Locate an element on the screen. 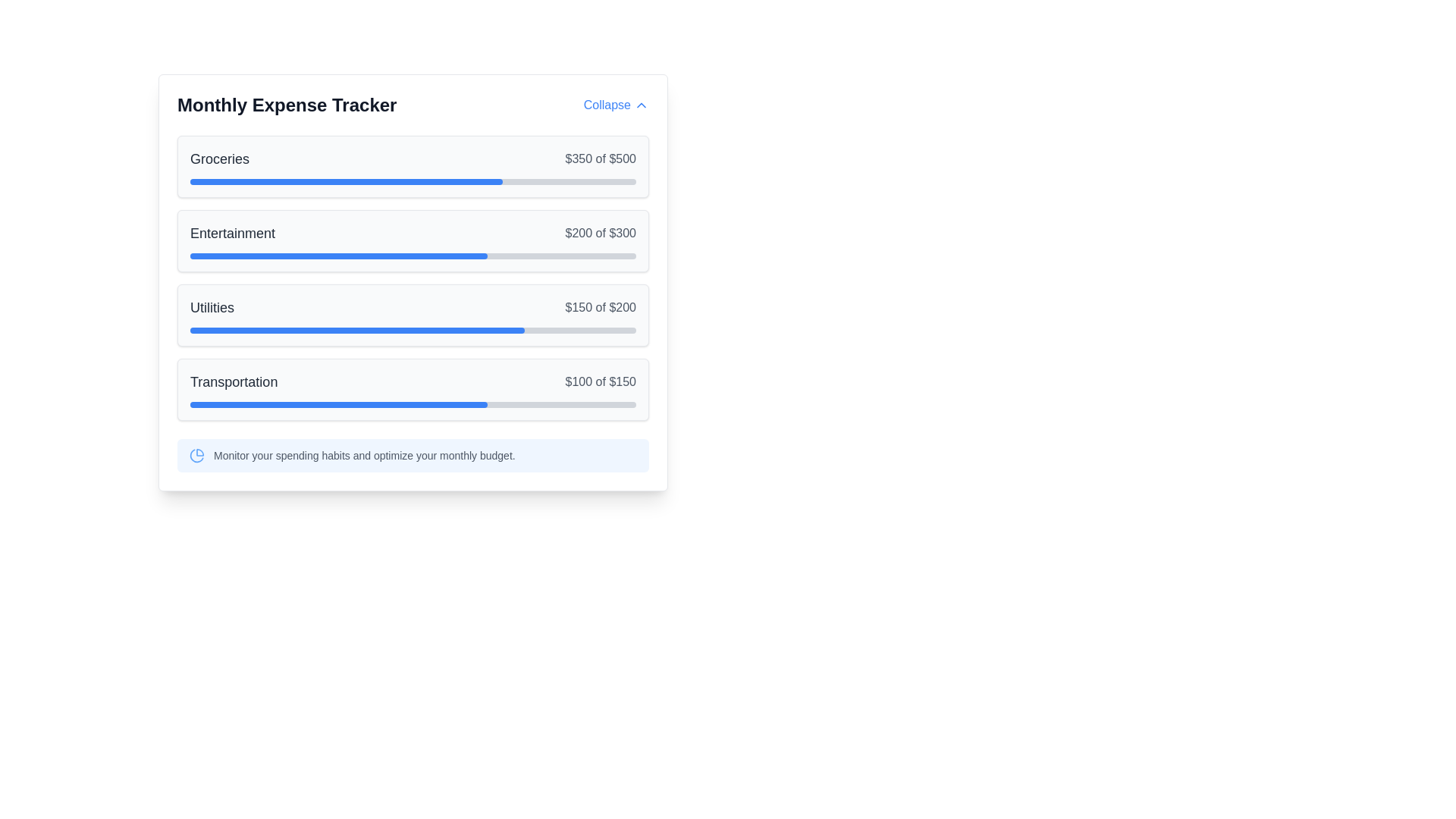 This screenshot has height=819, width=1456. the decorative icon in the bottom-left section of the interface that represents data visualization or statistics is located at coordinates (196, 455).